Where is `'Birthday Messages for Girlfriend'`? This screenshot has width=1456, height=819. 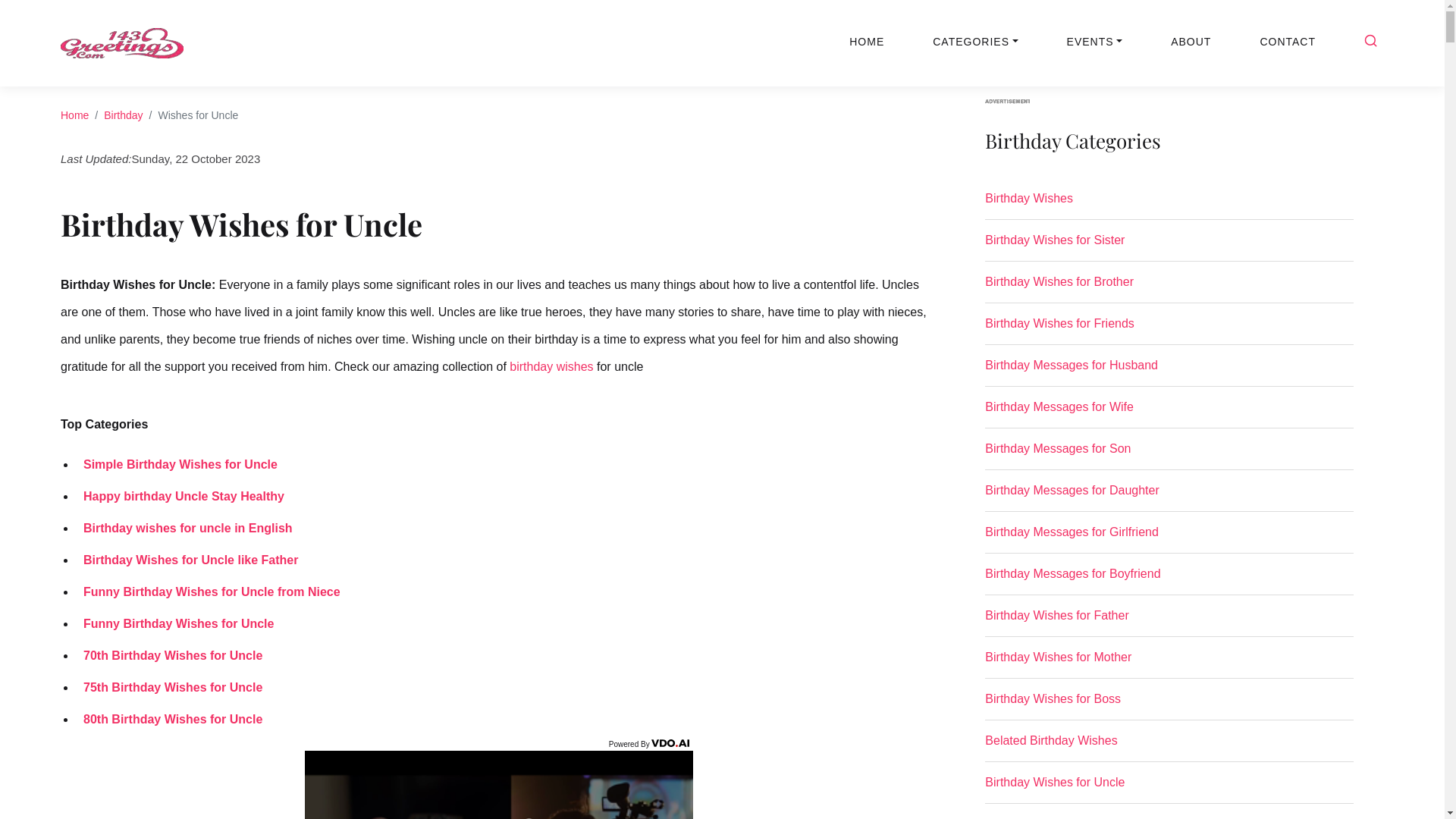
'Birthday Messages for Girlfriend' is located at coordinates (1168, 537).